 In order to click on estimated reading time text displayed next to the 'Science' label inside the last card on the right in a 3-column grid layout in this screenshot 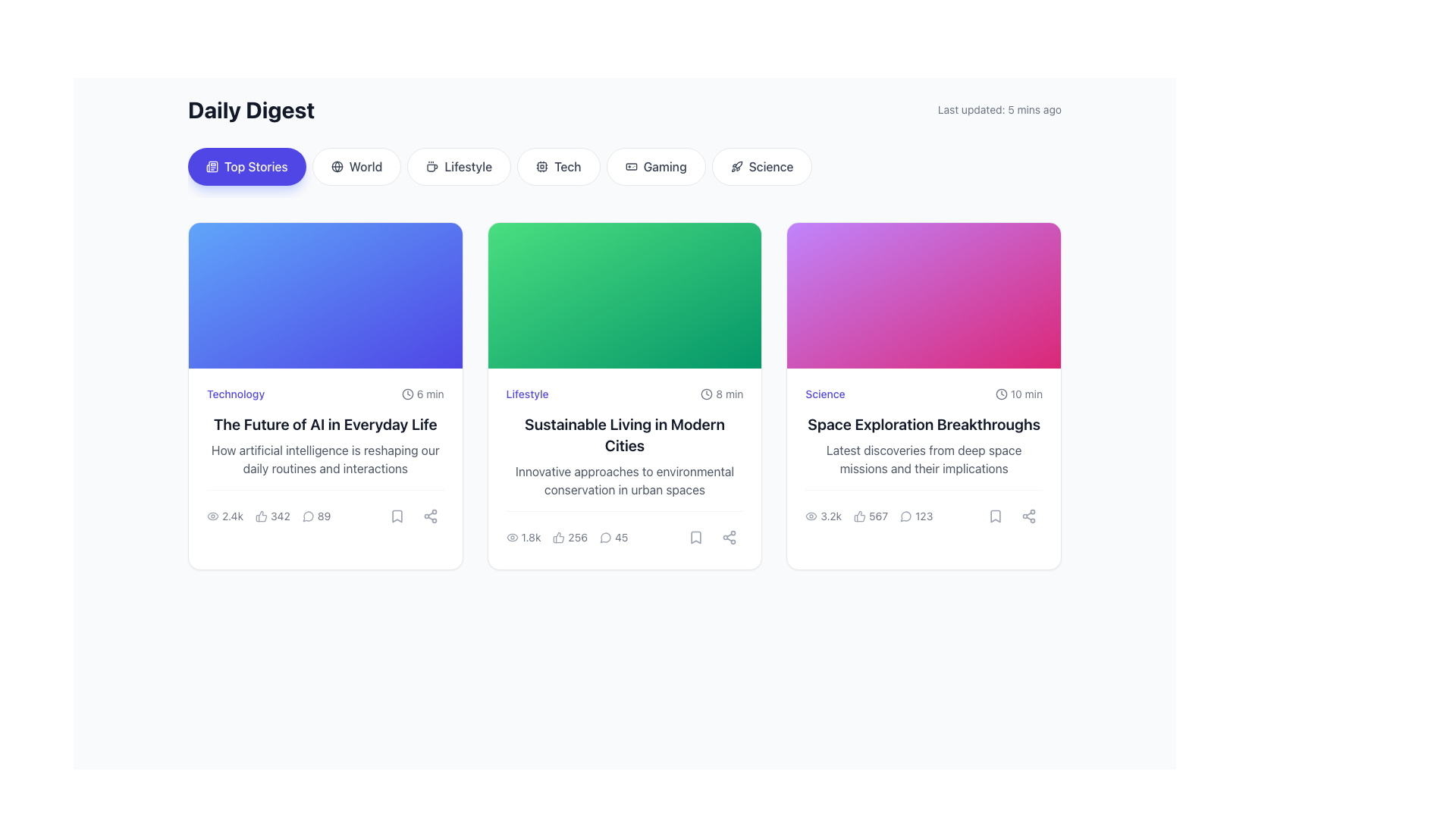, I will do `click(1018, 394)`.